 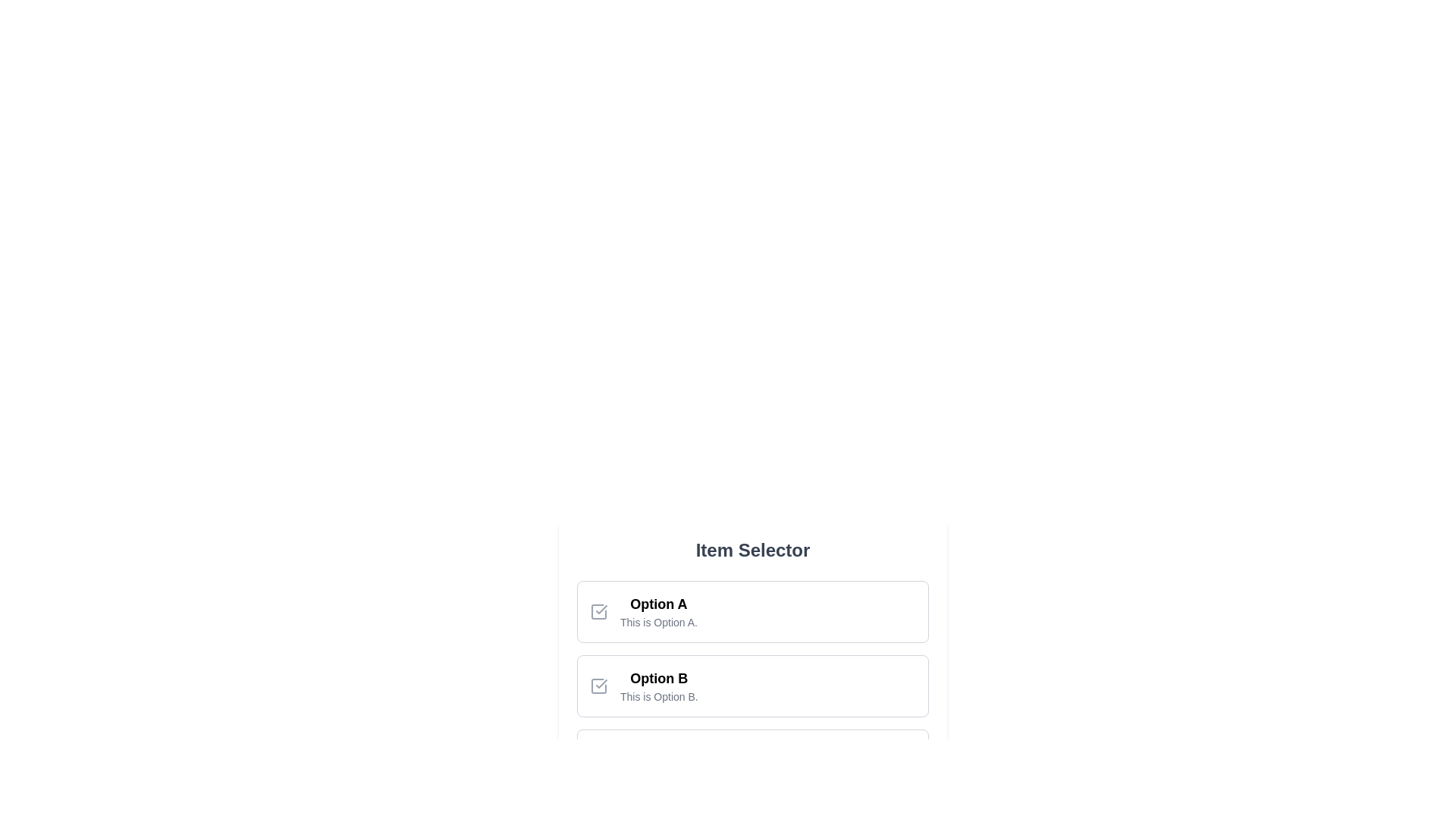 What do you see at coordinates (659, 686) in the screenshot?
I see `the text label that displays 'Option B' with the description 'This is Option B.' positioned below it in the vertical list` at bounding box center [659, 686].